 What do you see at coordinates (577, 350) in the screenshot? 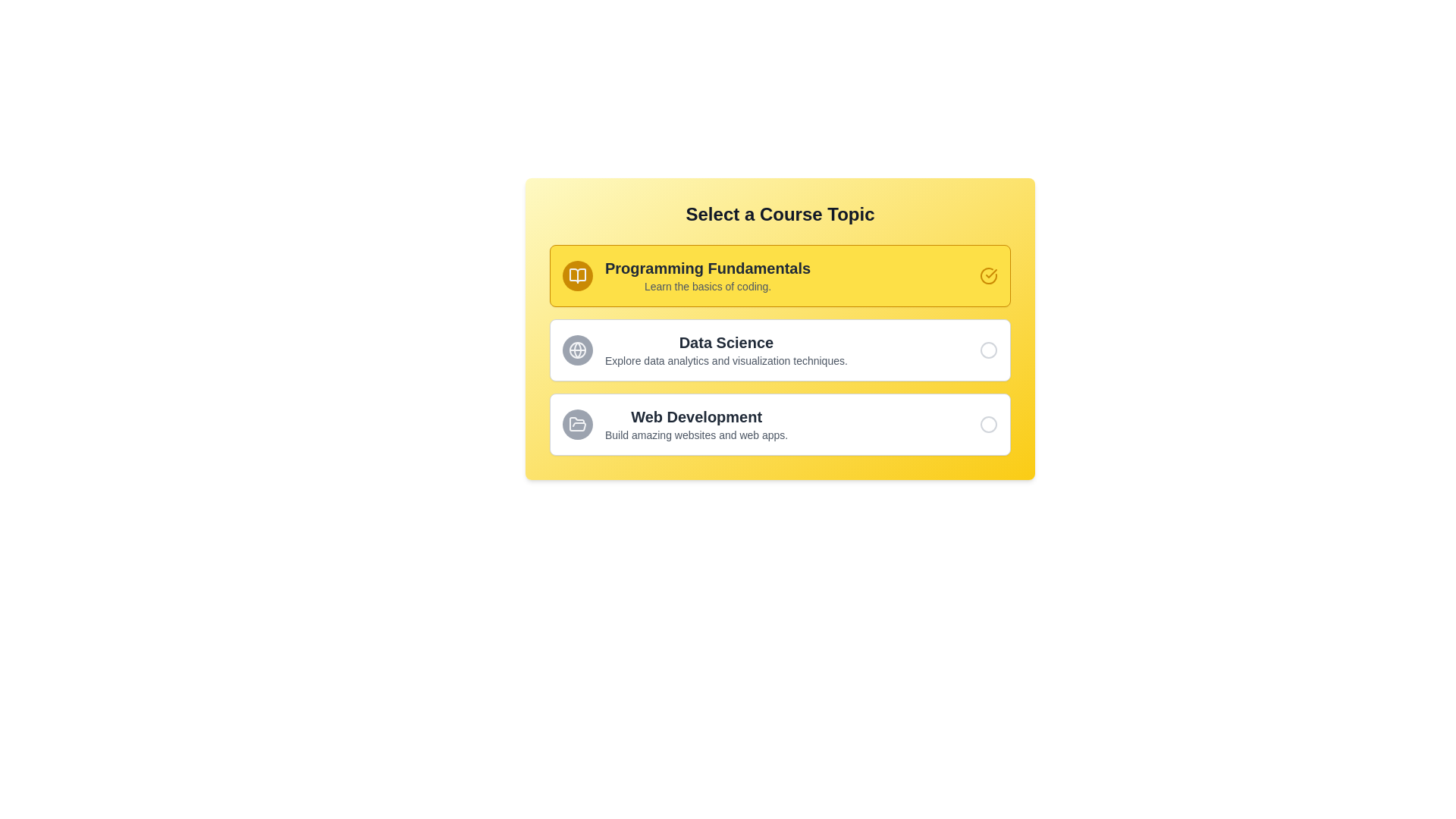
I see `the curved line element forming part of the globe icon located at the center of the second option in the horizontal stack, near the 'Data Science' label` at bounding box center [577, 350].